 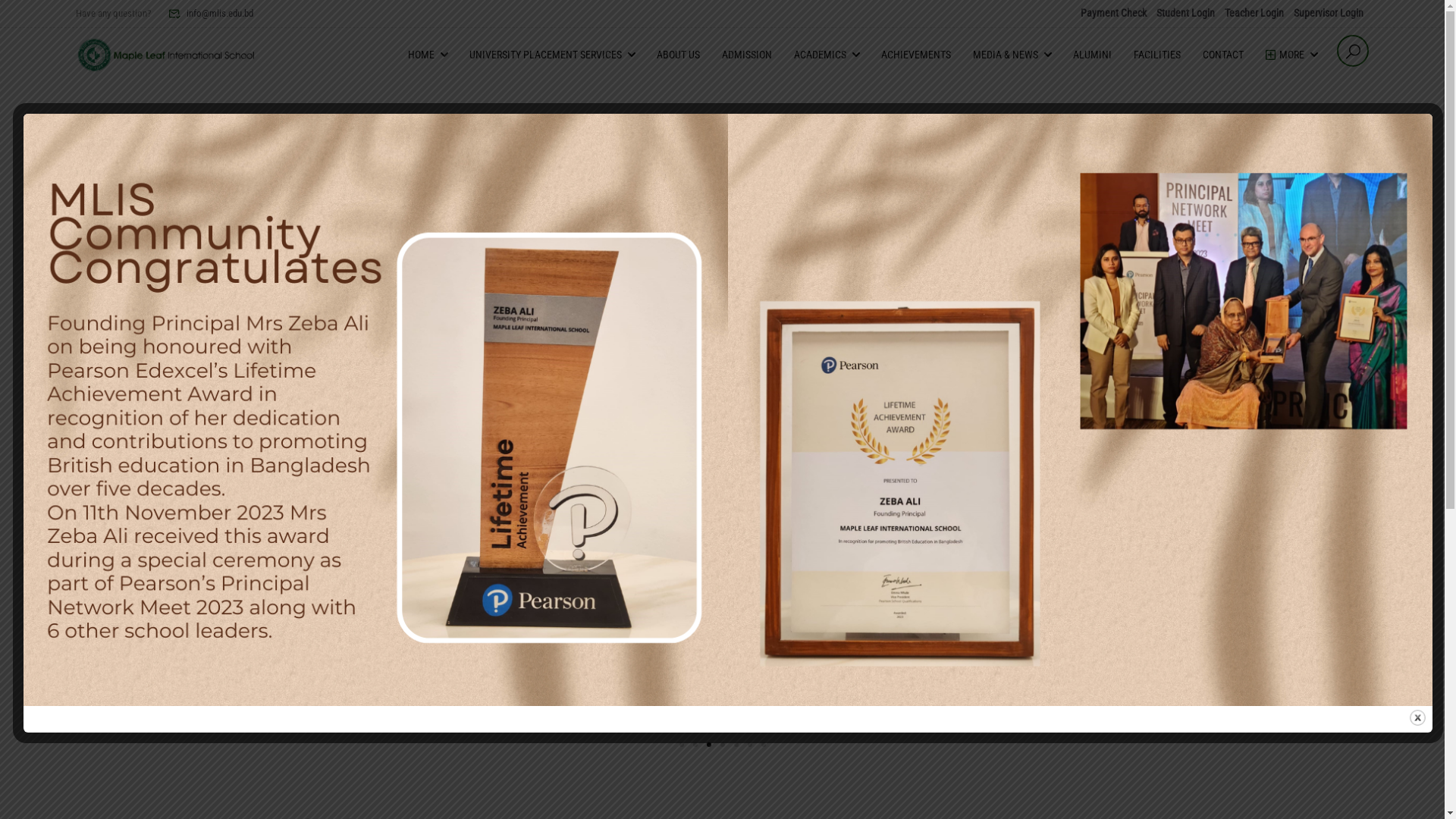 I want to click on 'Supervisor Login', so click(x=1328, y=12).